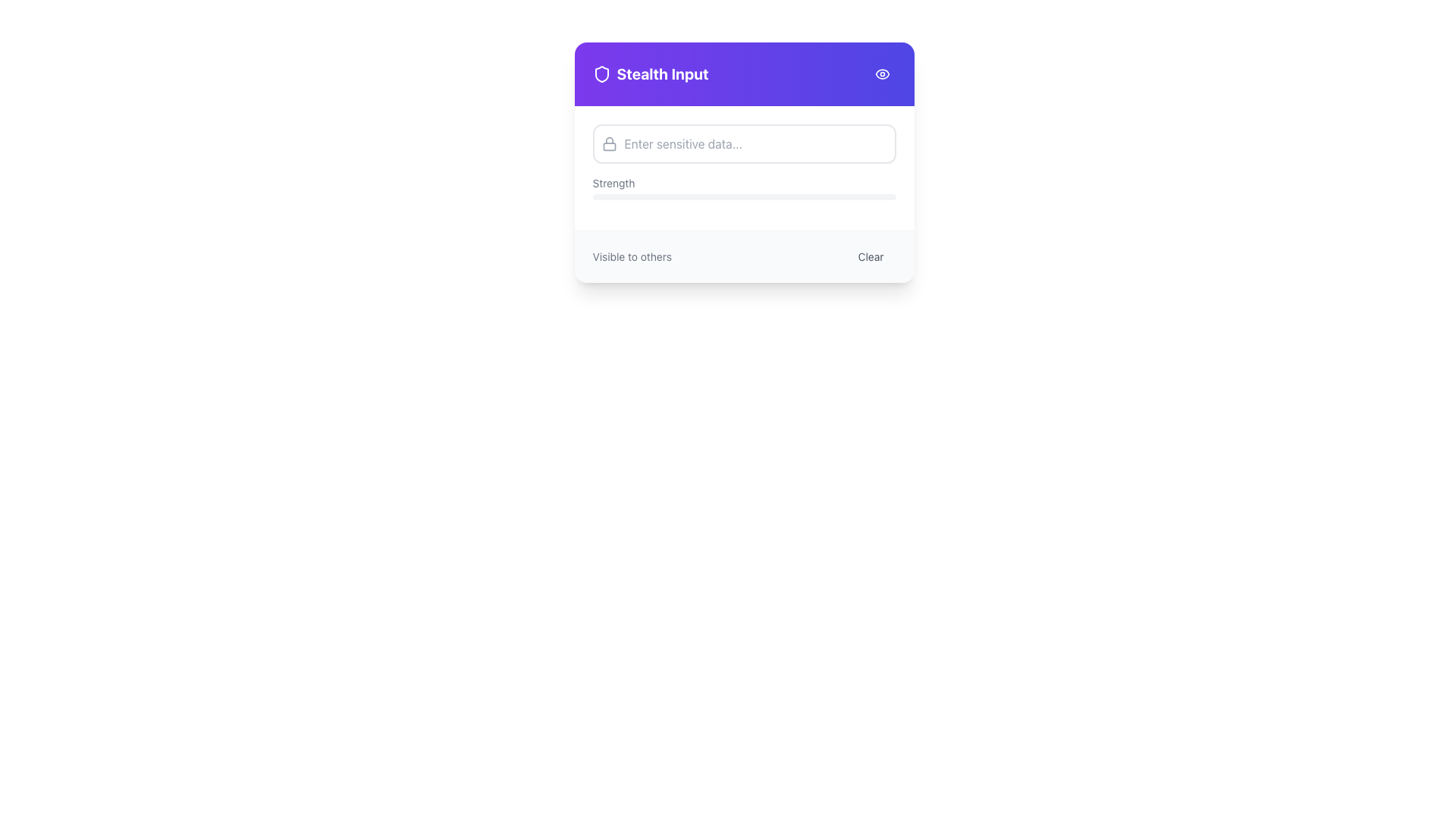 The image size is (1456, 819). What do you see at coordinates (601, 74) in the screenshot?
I see `the shield-shaped icon with a white outline on a purple background, located to the left of the text 'Stealth Input' within the header section of a card` at bounding box center [601, 74].